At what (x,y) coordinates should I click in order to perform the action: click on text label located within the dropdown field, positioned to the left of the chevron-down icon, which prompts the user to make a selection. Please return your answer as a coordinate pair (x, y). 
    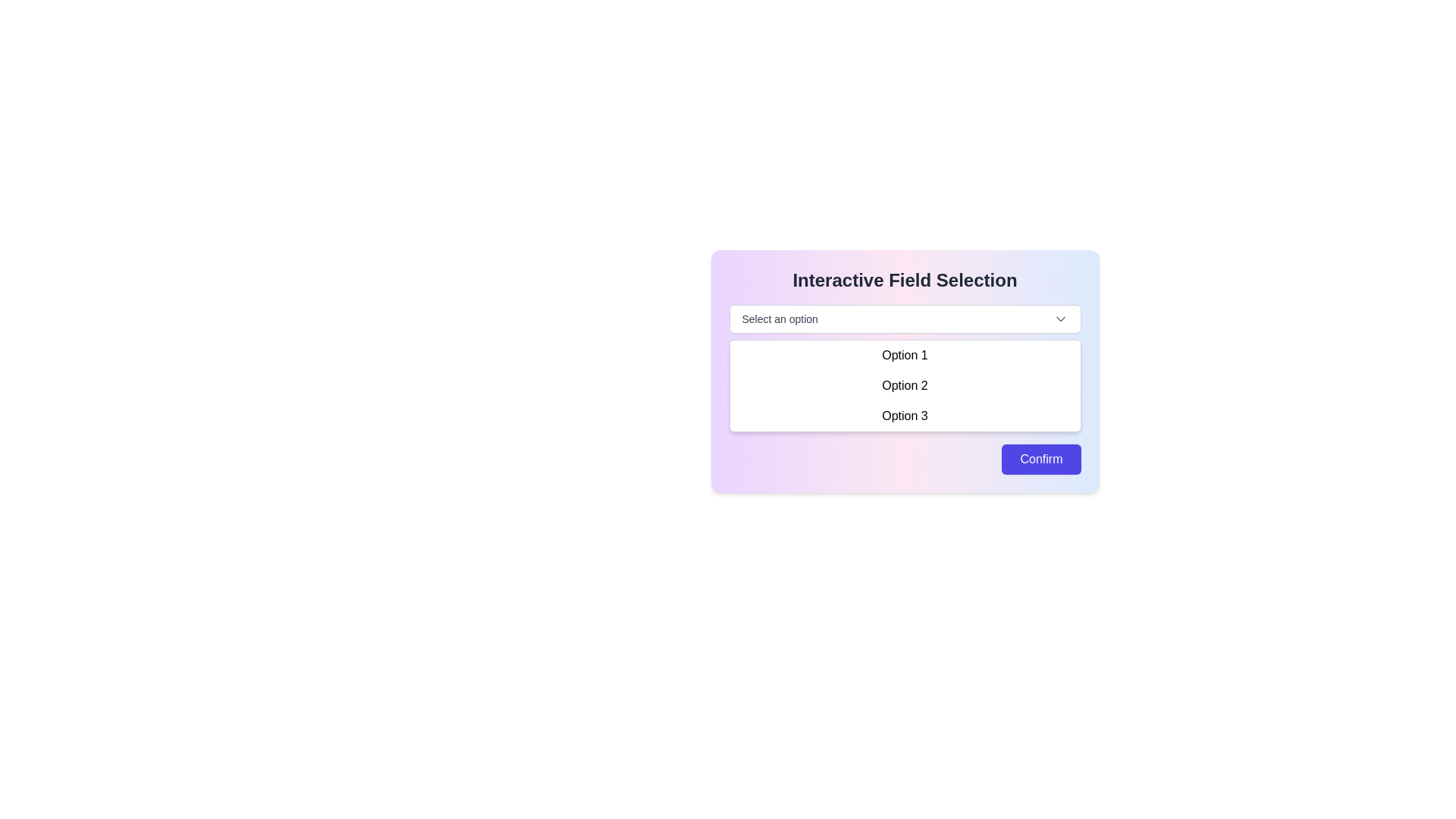
    Looking at the image, I should click on (780, 318).